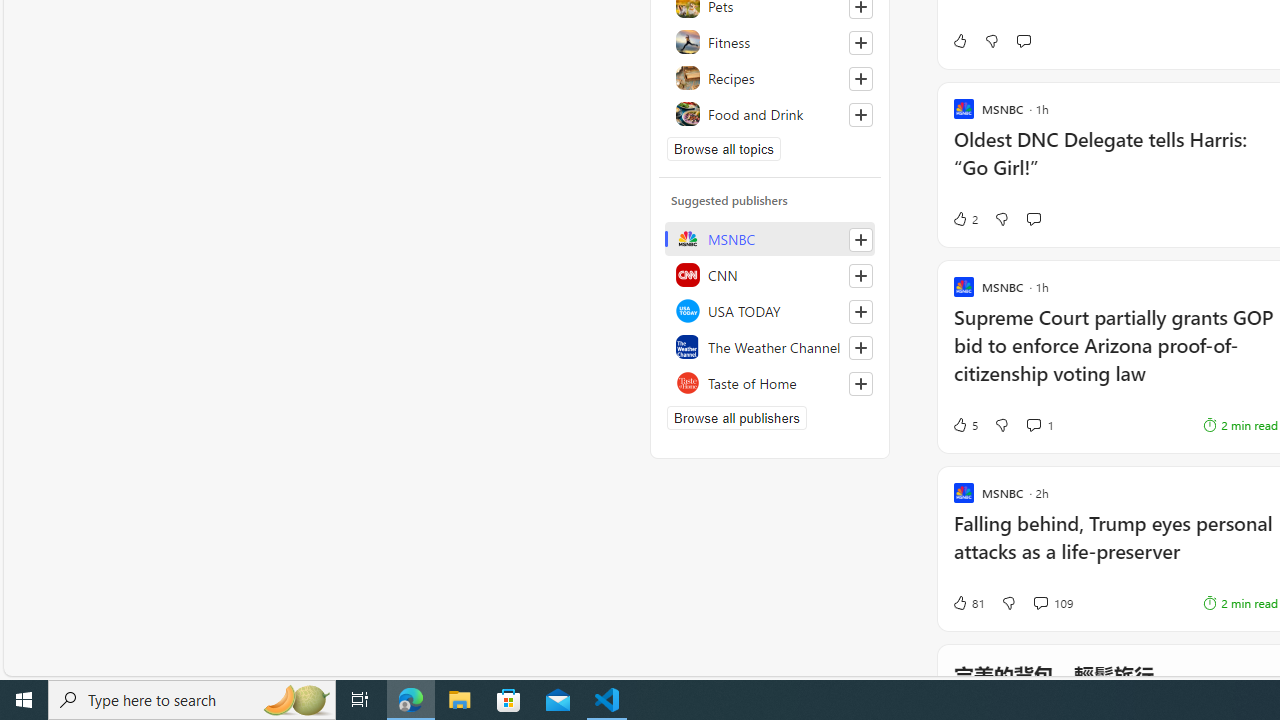  What do you see at coordinates (968, 602) in the screenshot?
I see `'81 Like'` at bounding box center [968, 602].